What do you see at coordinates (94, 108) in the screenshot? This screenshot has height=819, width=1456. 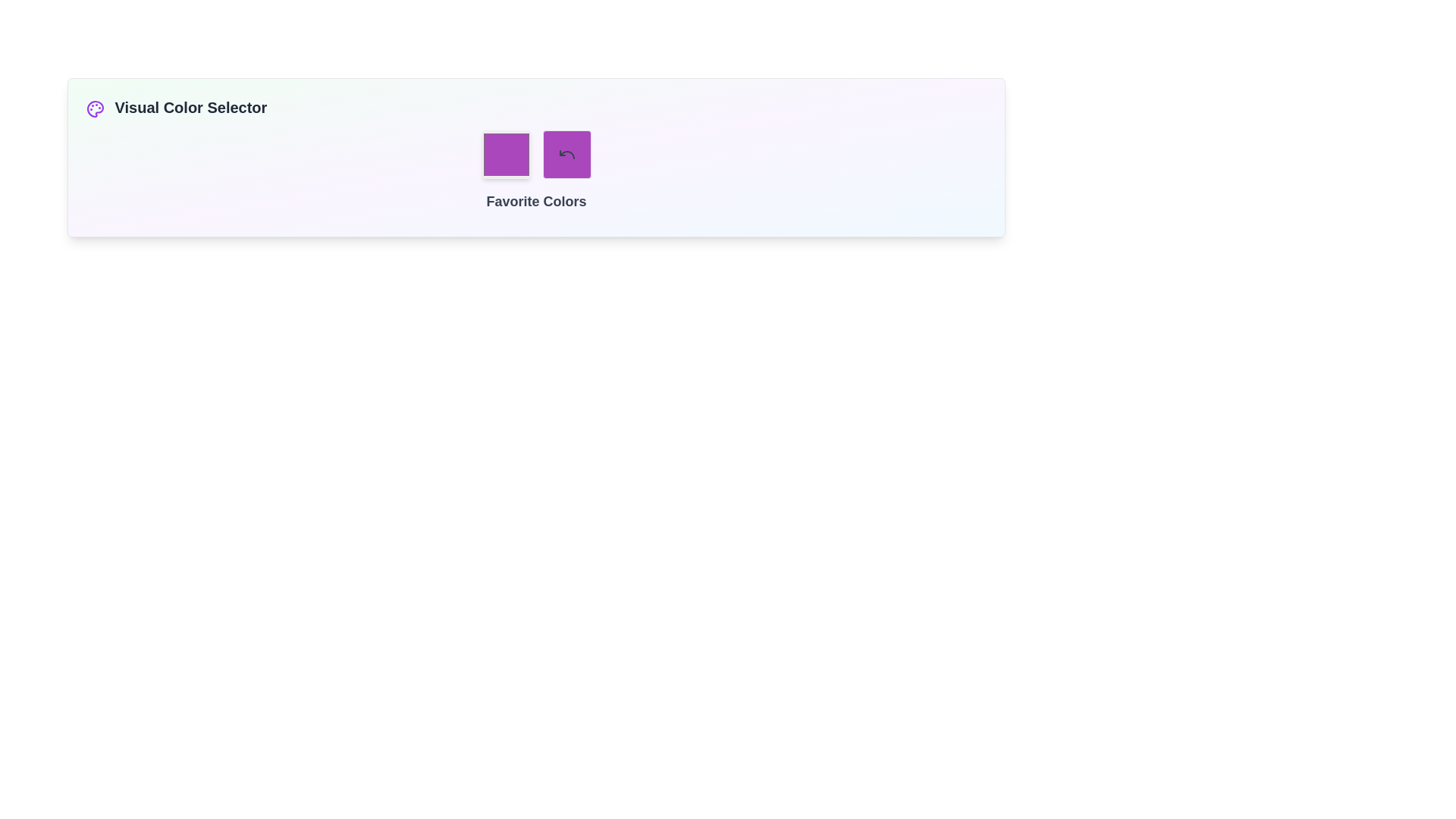 I see `the graphical icon resembling a purple palette, located in the upper-left segment of the interface, right of the text label 'Visual Color Selector'` at bounding box center [94, 108].